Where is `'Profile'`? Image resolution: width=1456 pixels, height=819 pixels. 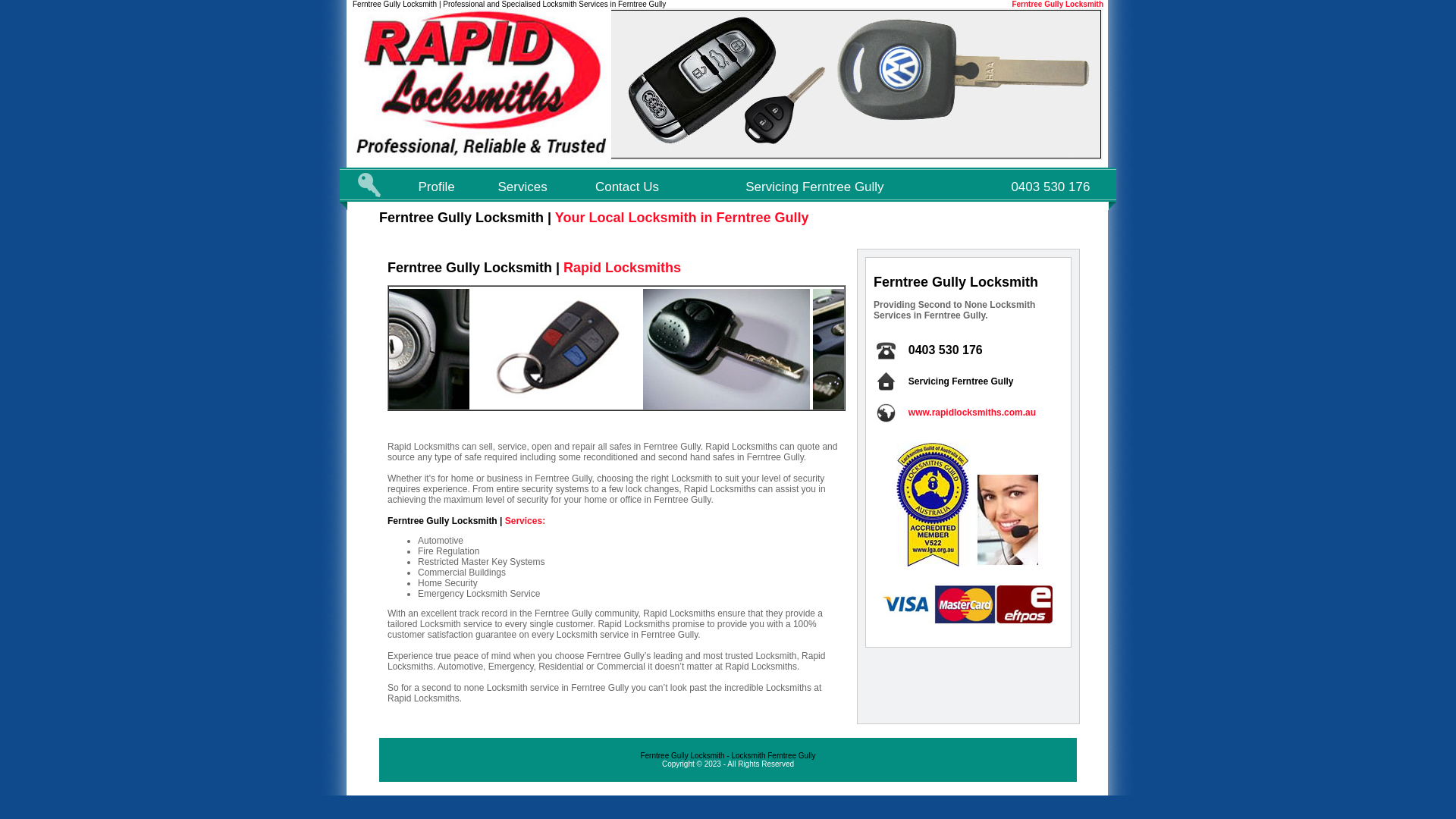 'Profile' is located at coordinates (419, 185).